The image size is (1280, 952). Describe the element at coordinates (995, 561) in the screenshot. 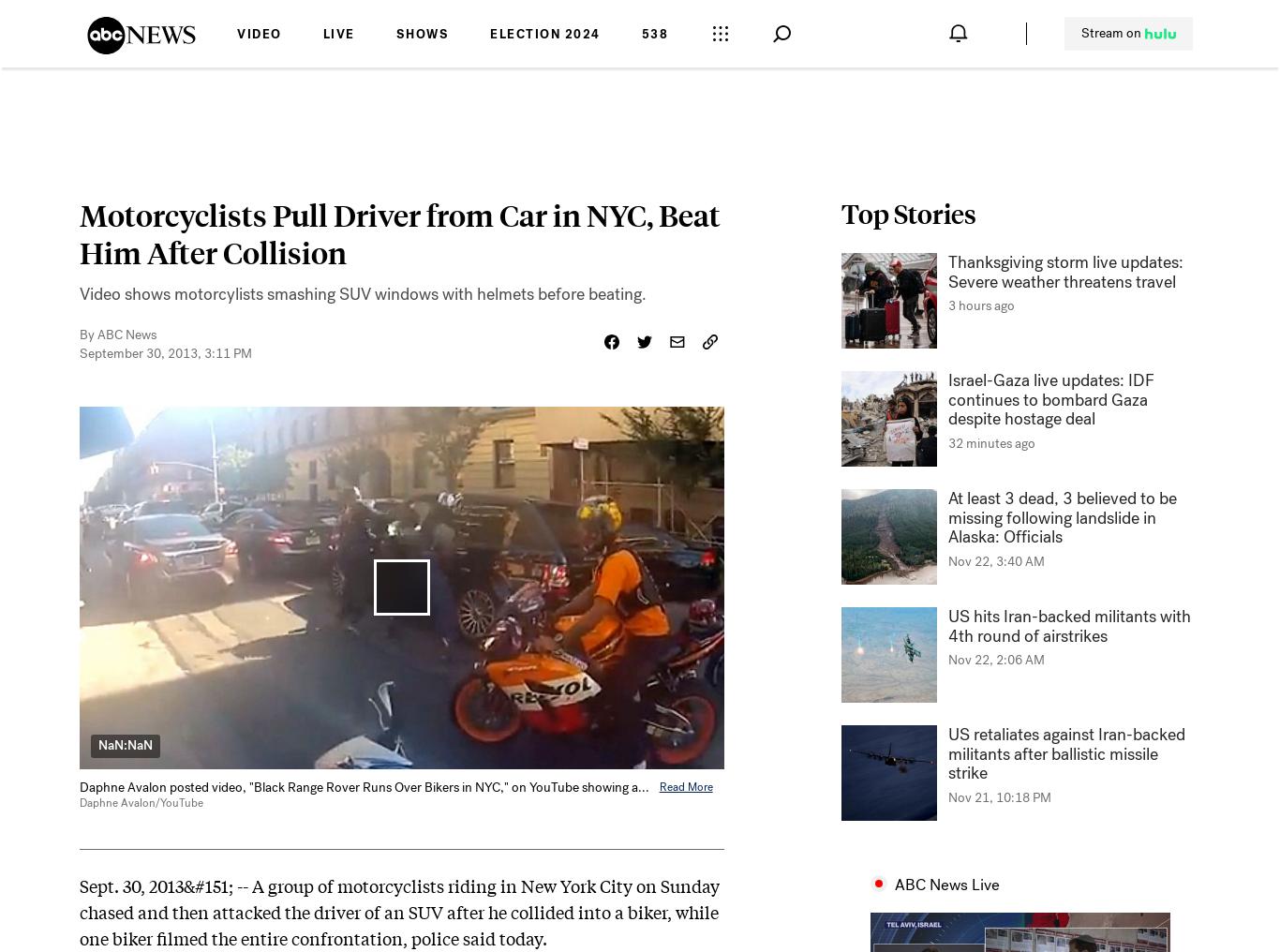

I see `'Nov 22, 3:40 AM'` at that location.